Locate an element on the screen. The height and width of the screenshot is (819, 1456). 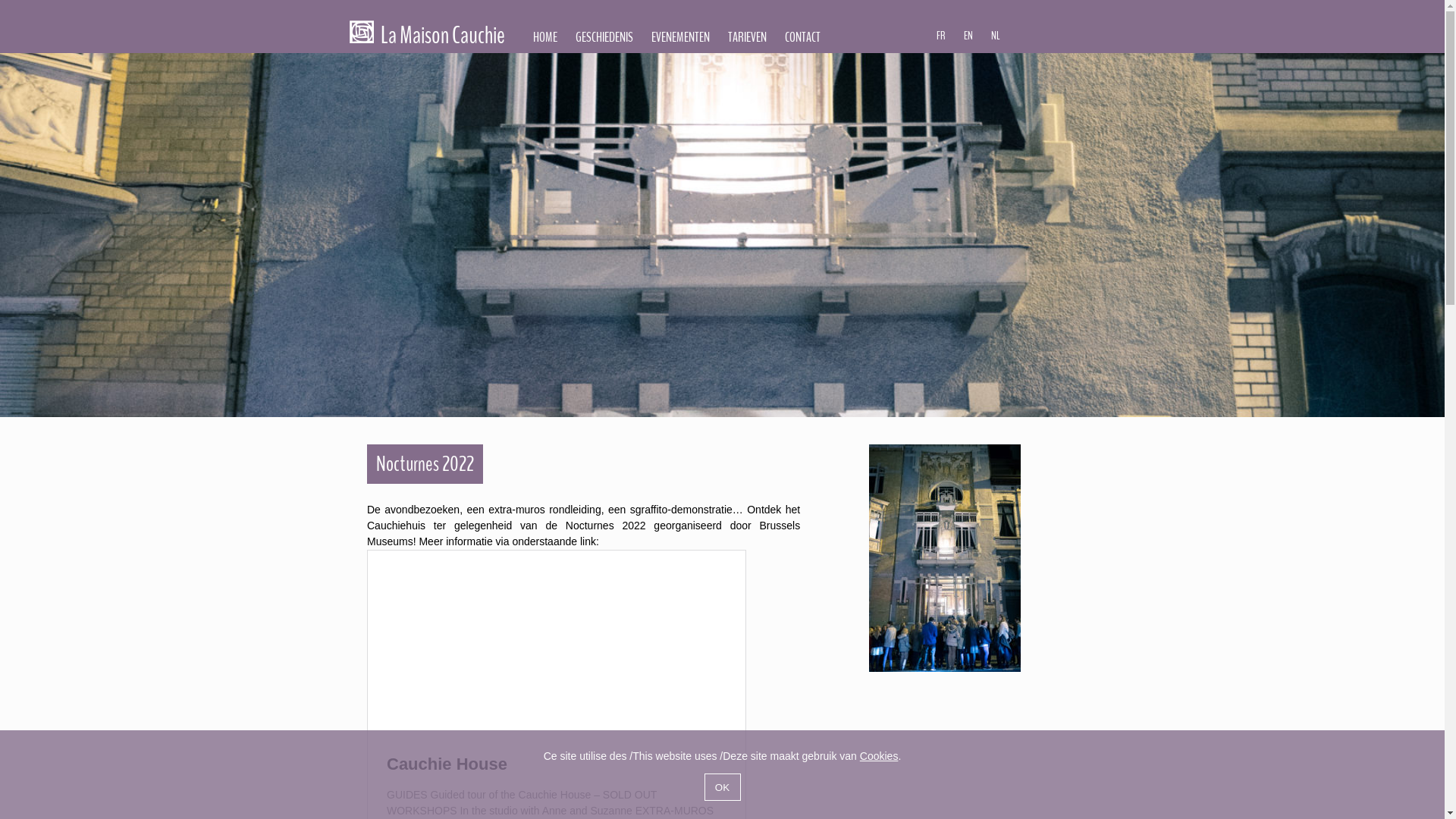
'TARIEVEN' is located at coordinates (747, 36).